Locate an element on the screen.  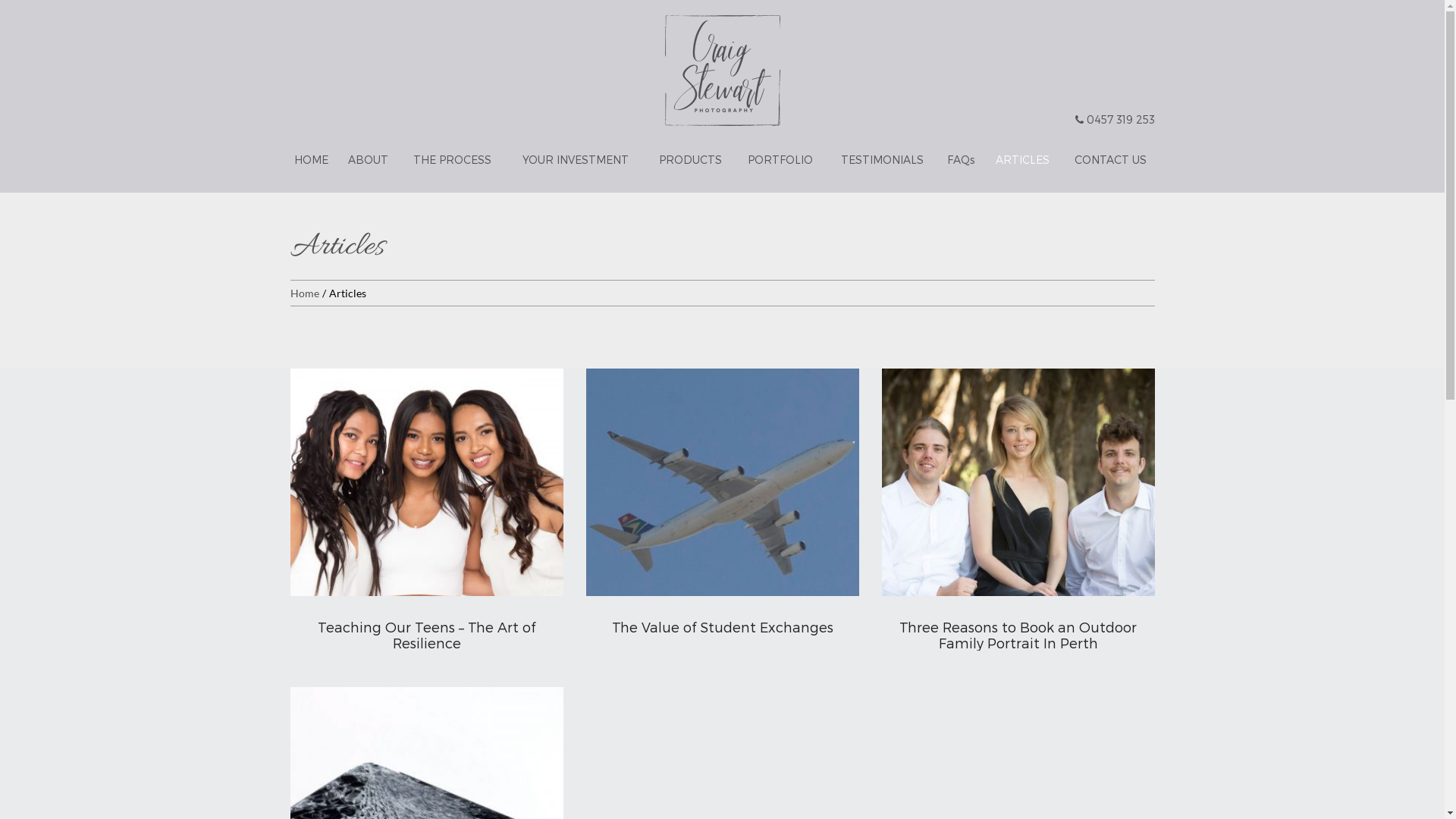
'TESTIMONIALS' is located at coordinates (881, 160).